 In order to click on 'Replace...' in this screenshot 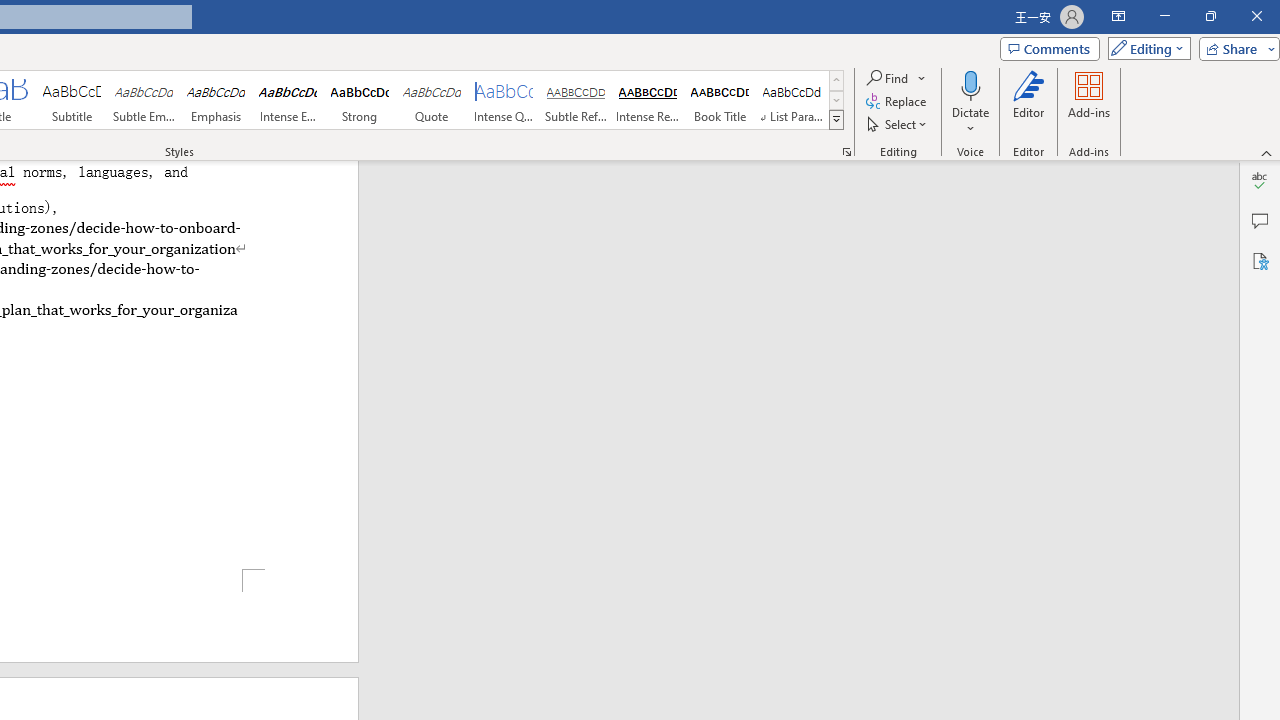, I will do `click(896, 101)`.